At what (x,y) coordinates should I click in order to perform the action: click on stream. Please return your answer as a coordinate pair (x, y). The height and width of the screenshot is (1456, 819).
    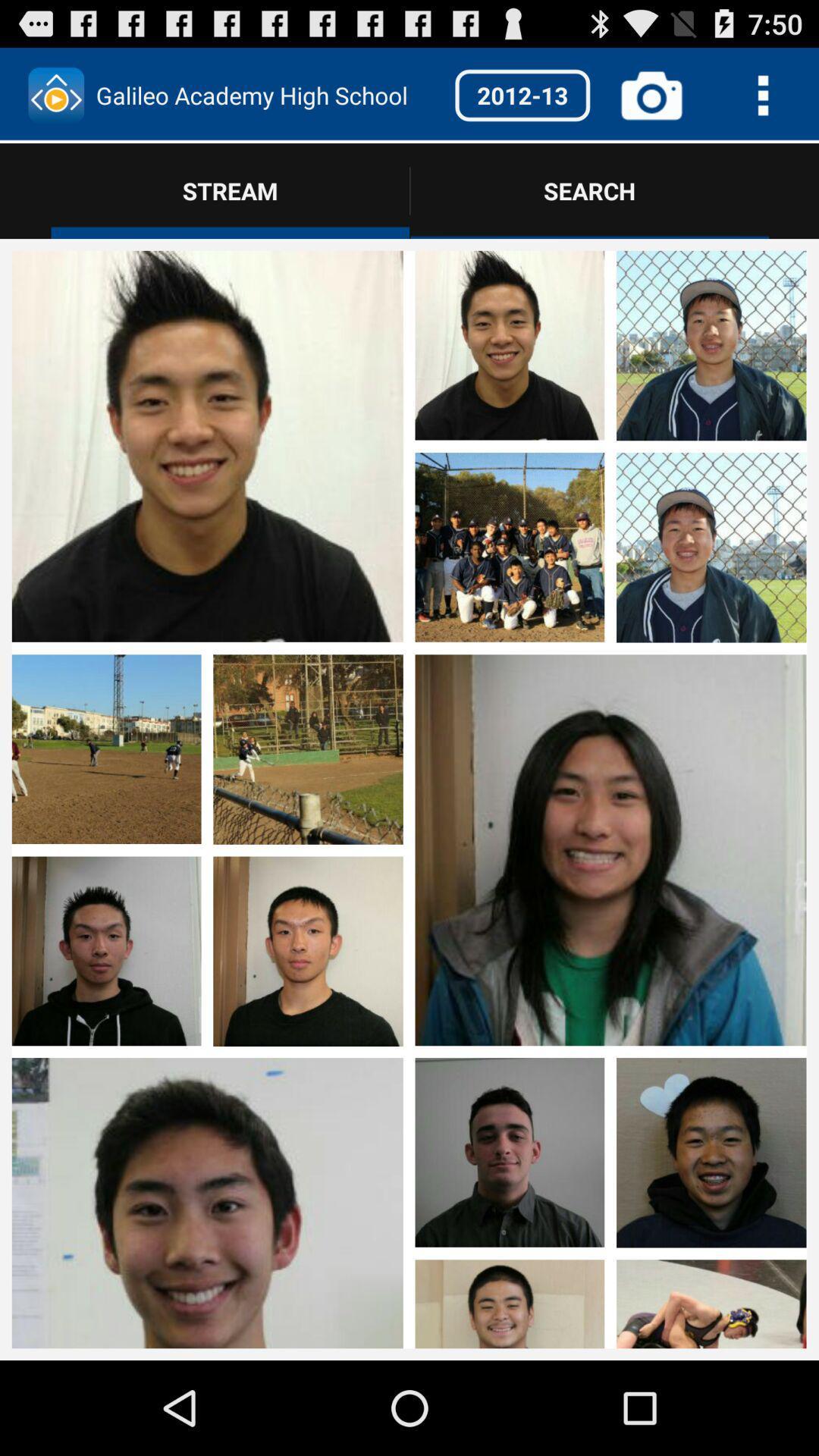
    Looking at the image, I should click on (711, 750).